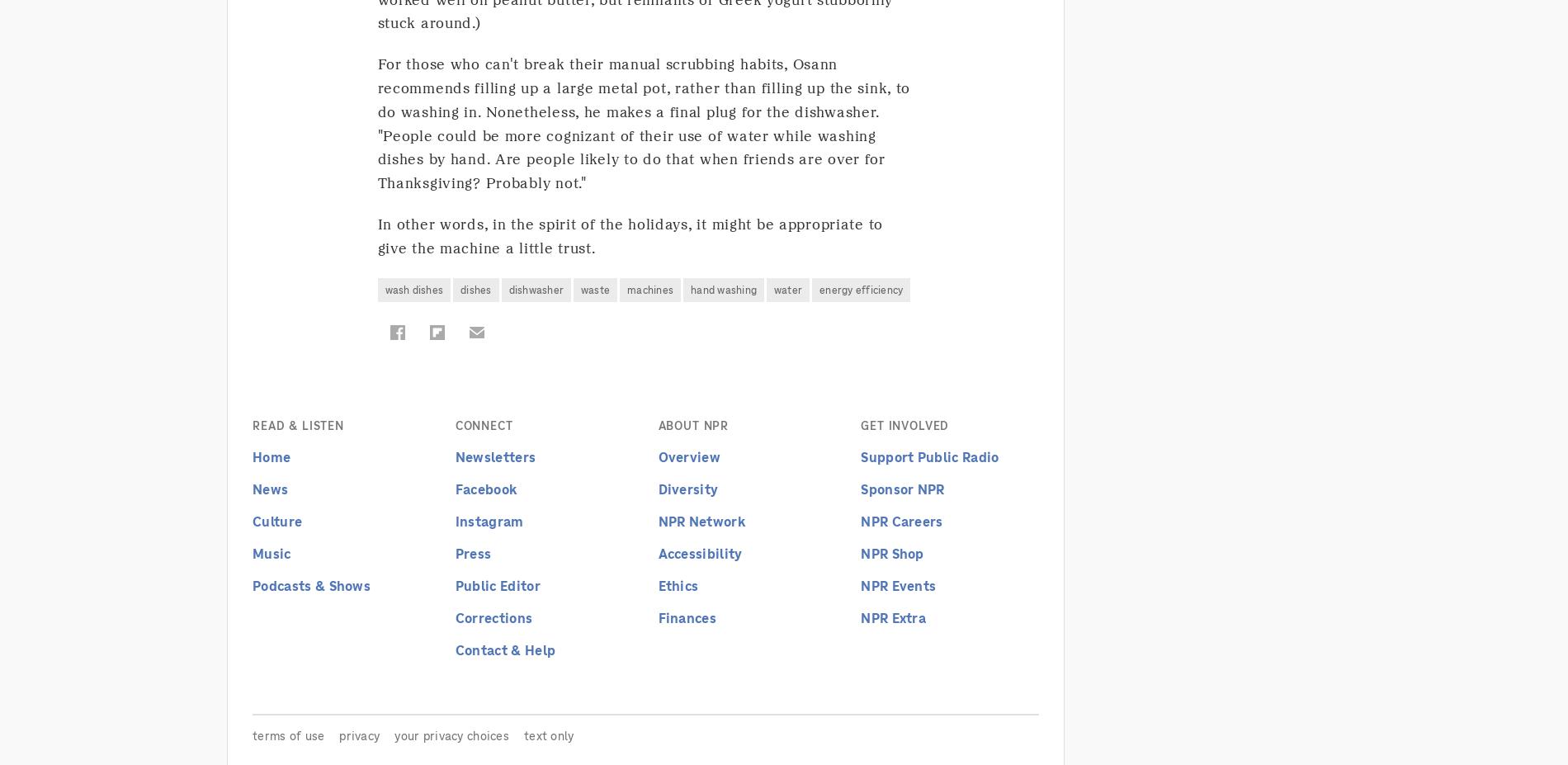 The image size is (1568, 765). I want to click on 'Your Privacy Choices', so click(451, 735).